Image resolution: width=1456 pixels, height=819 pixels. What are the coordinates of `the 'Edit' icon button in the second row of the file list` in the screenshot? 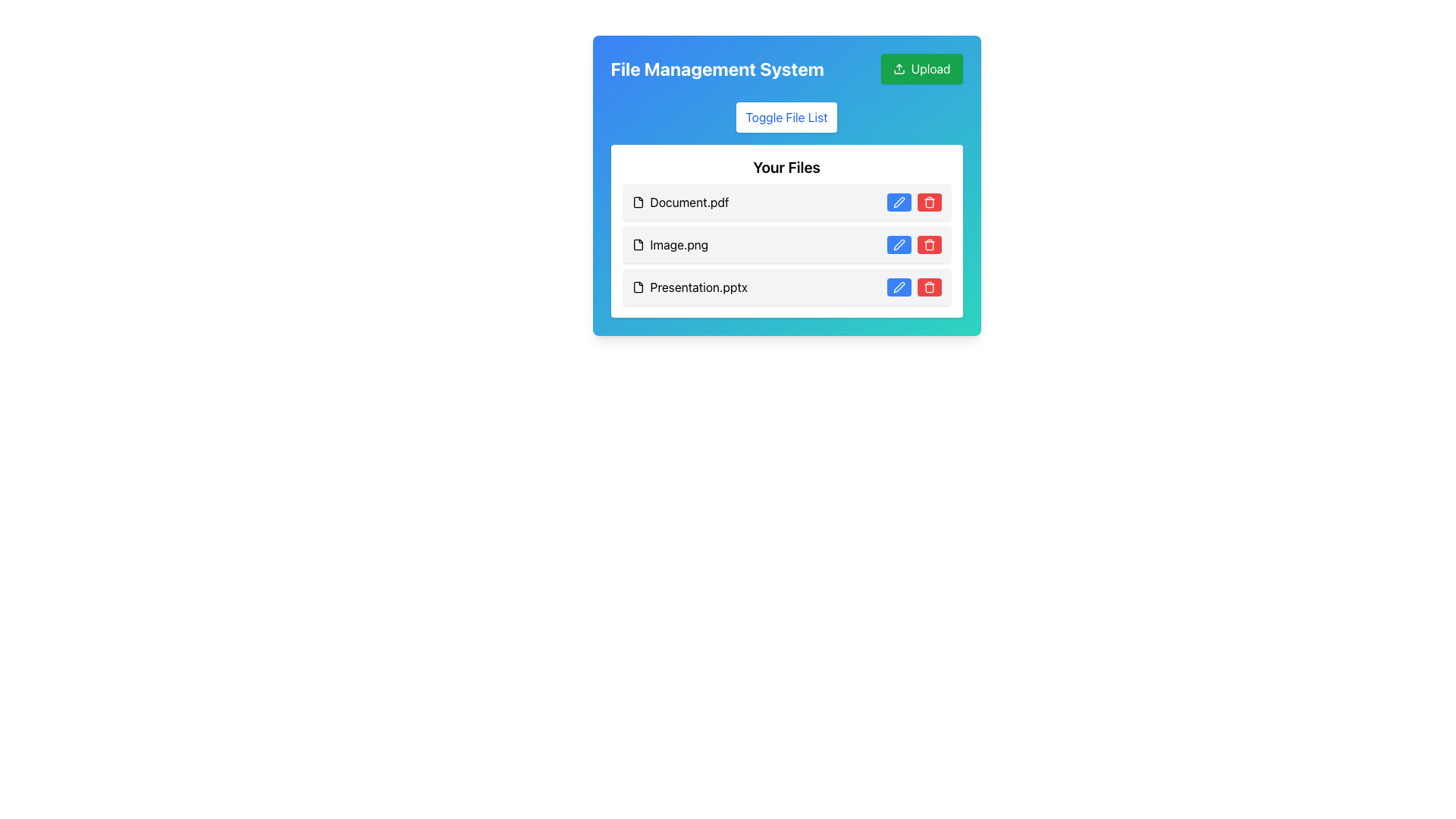 It's located at (899, 201).